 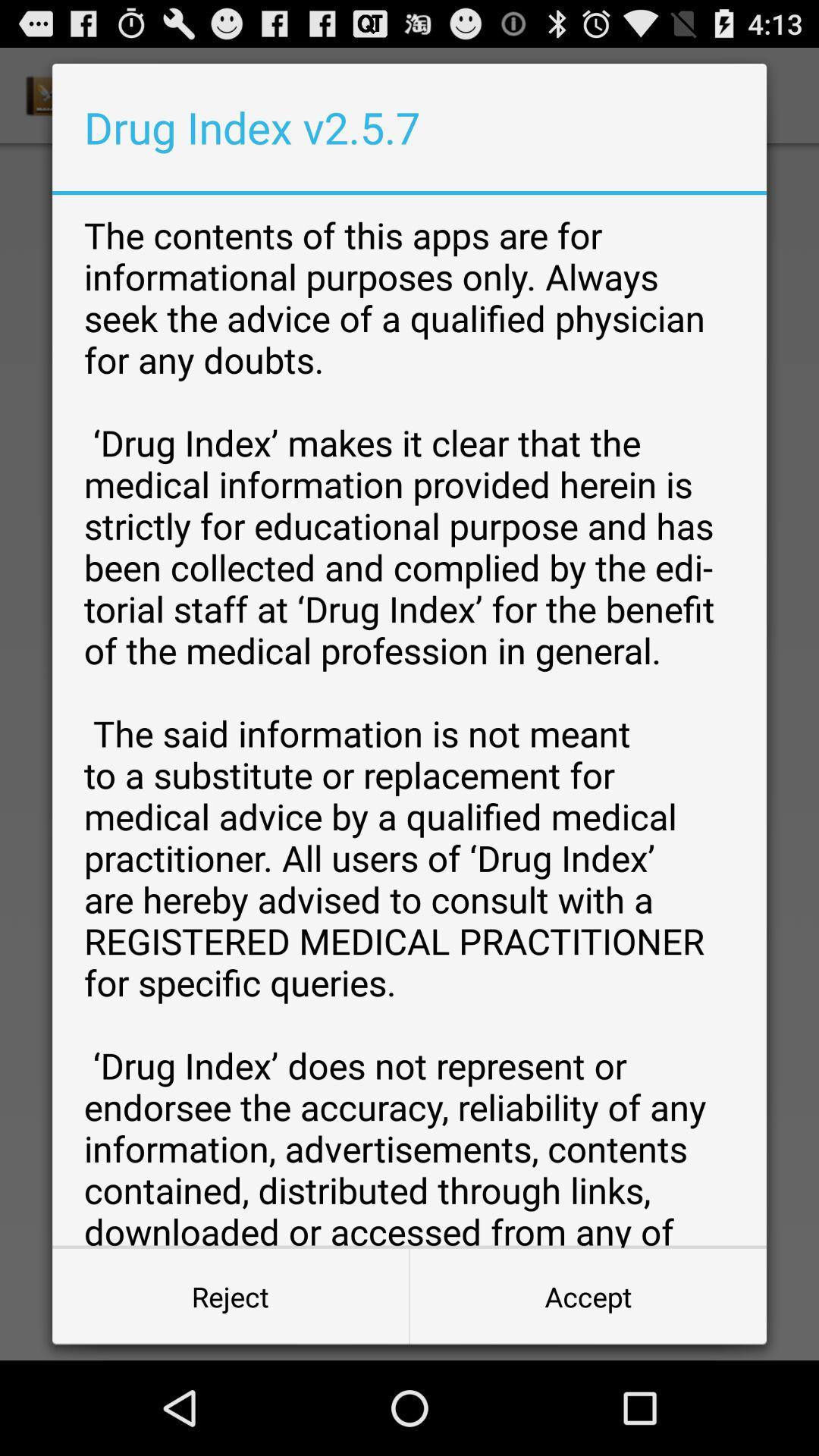 What do you see at coordinates (587, 1295) in the screenshot?
I see `the button to the right of reject icon` at bounding box center [587, 1295].